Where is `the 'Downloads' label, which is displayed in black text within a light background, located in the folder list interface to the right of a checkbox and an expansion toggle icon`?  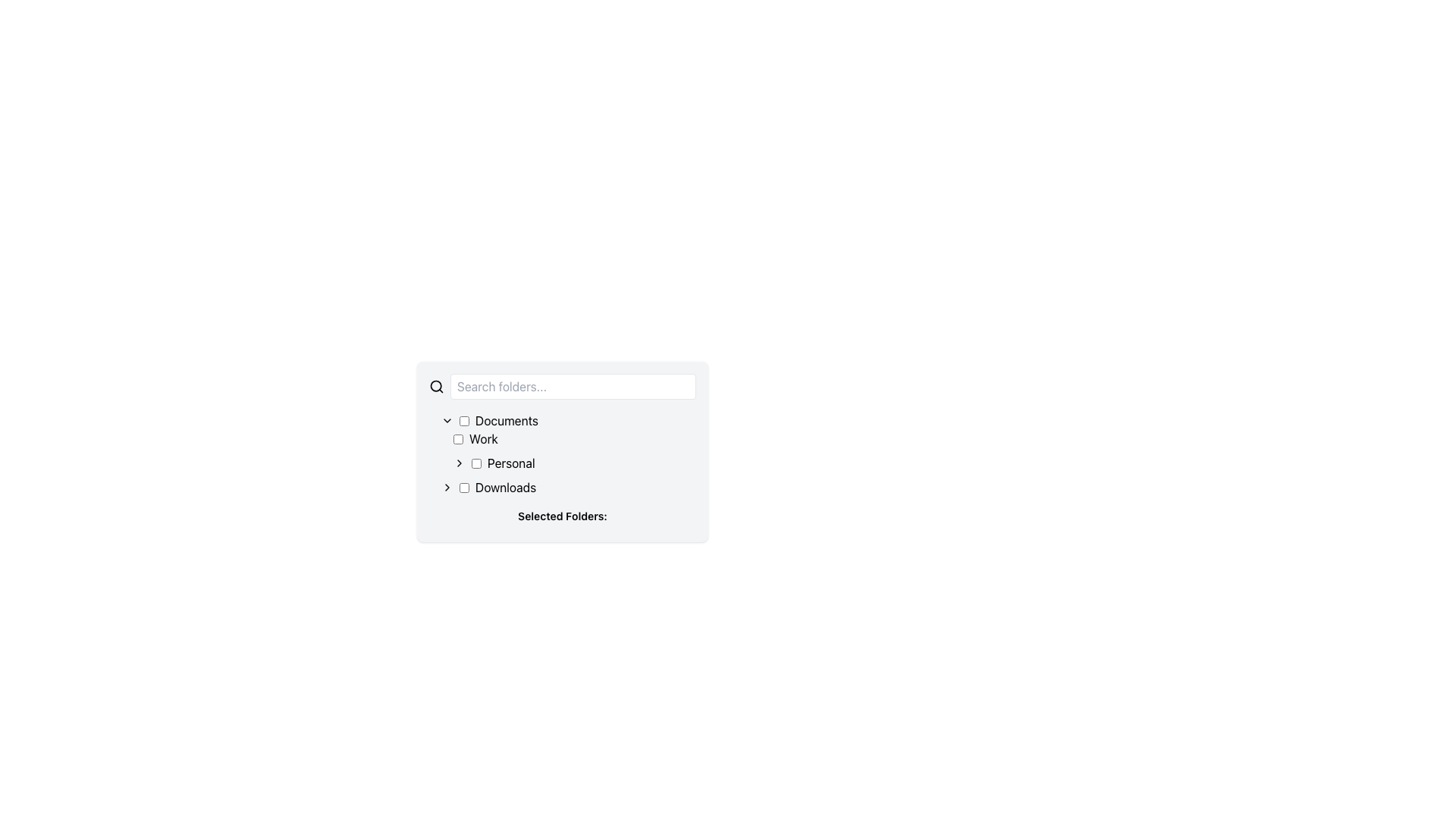 the 'Downloads' label, which is displayed in black text within a light background, located in the folder list interface to the right of a checkbox and an expansion toggle icon is located at coordinates (506, 488).